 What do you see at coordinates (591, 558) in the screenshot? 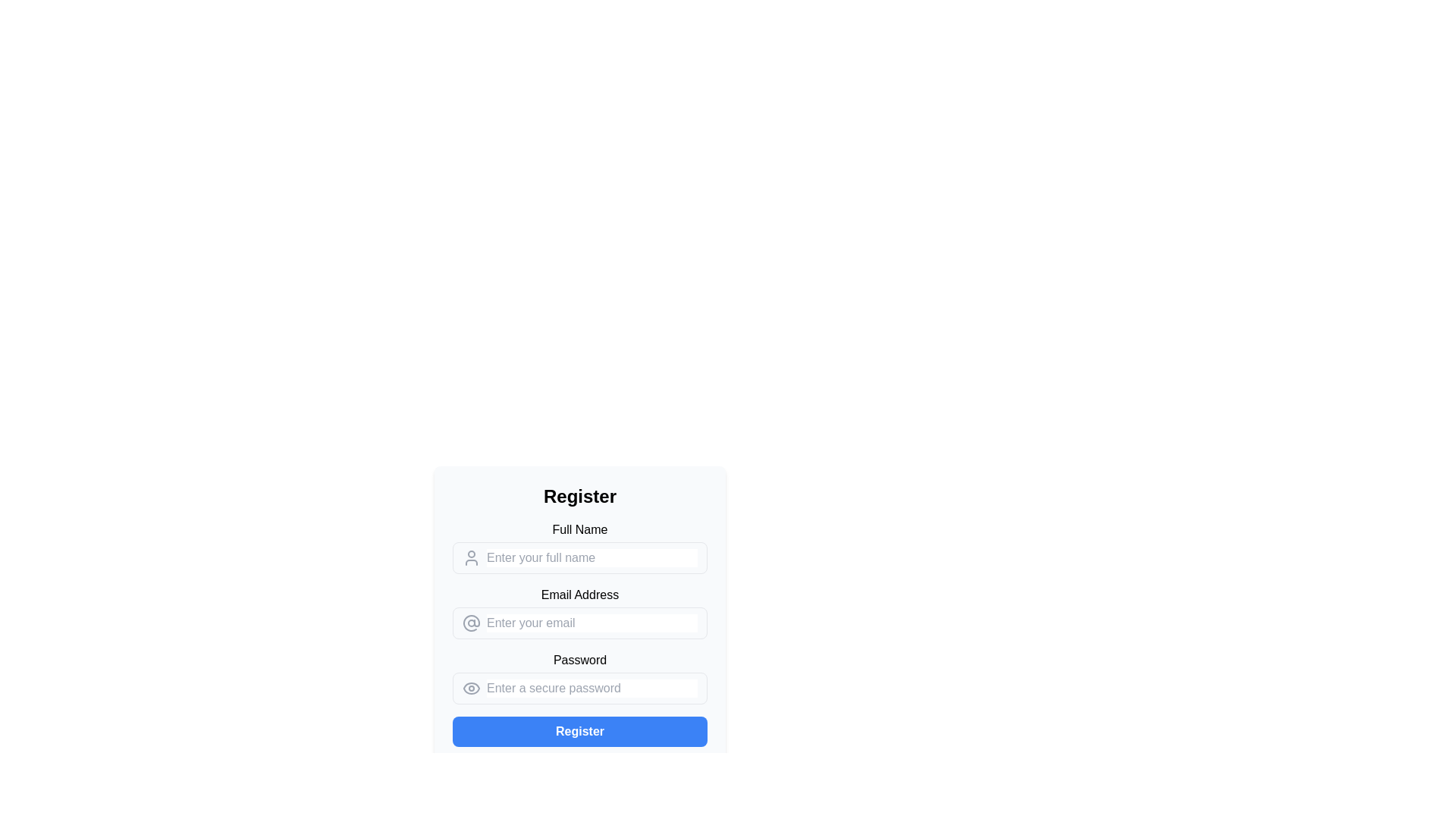
I see `the single-line text input field labeled 'Full Name'` at bounding box center [591, 558].